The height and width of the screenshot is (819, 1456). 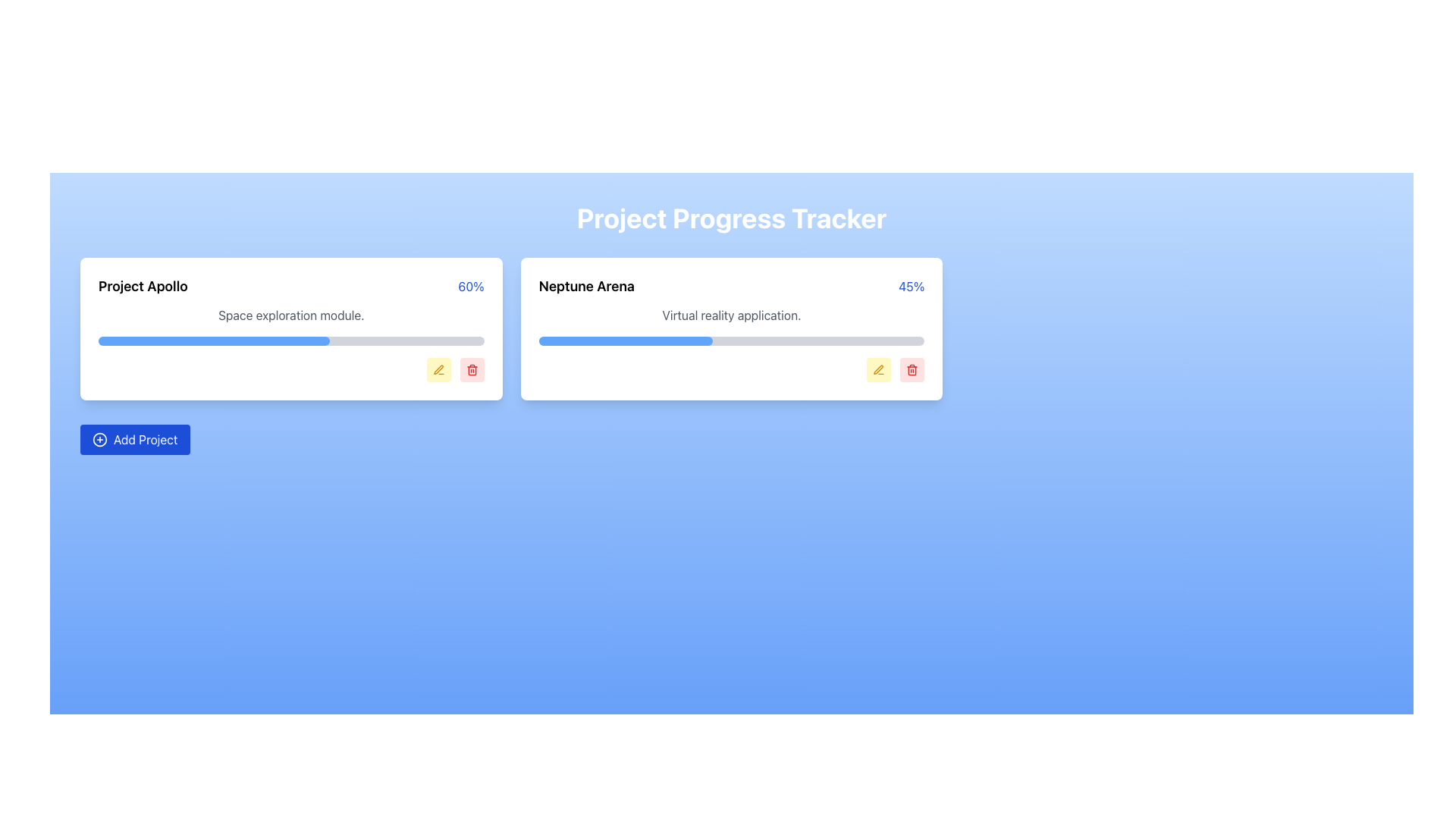 What do you see at coordinates (731, 328) in the screenshot?
I see `progress bar of the 'Neptune Arena' project card, which is the second card in the 'Project Progress Tracker' section` at bounding box center [731, 328].